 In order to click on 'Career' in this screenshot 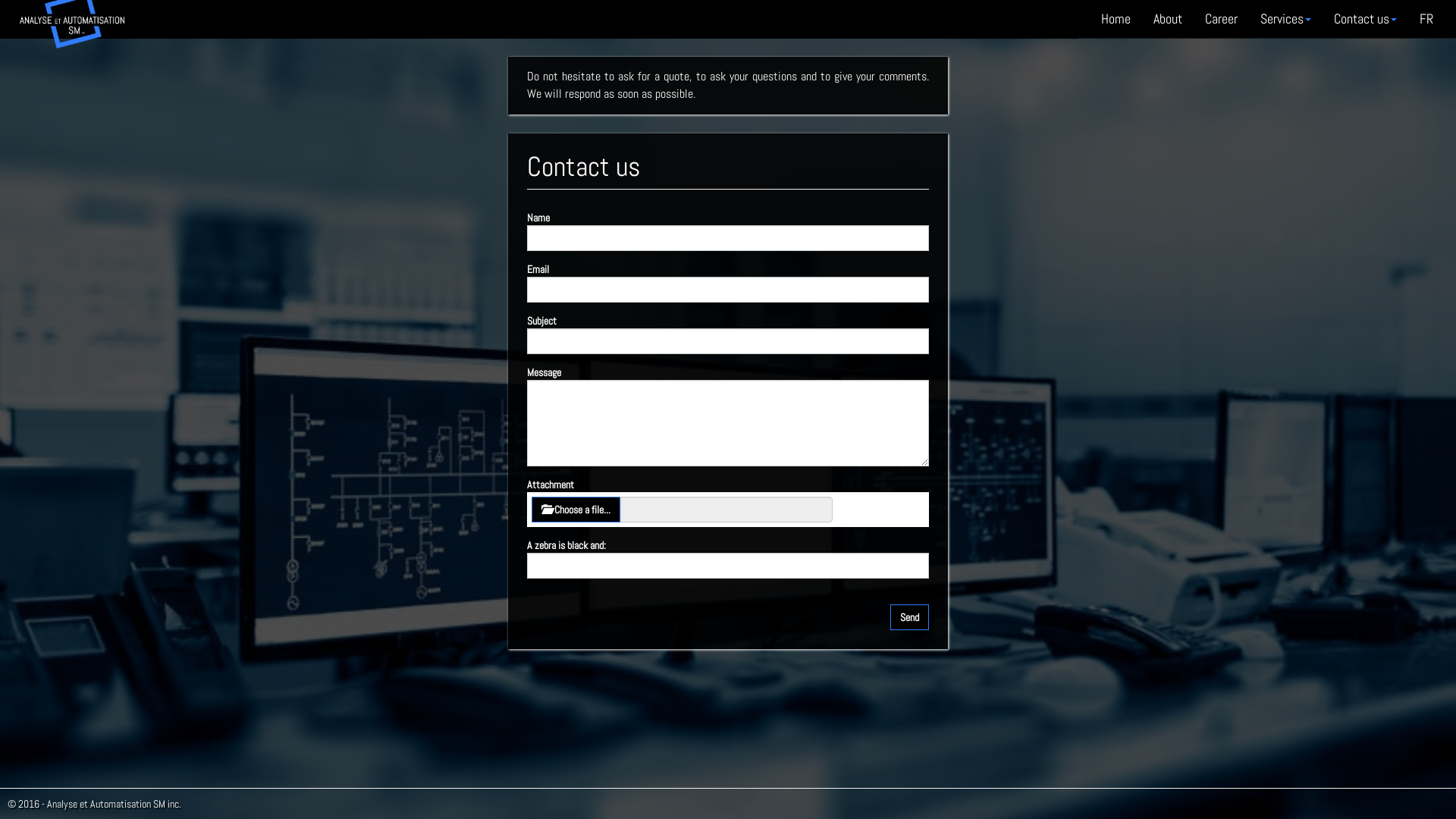, I will do `click(1221, 18)`.